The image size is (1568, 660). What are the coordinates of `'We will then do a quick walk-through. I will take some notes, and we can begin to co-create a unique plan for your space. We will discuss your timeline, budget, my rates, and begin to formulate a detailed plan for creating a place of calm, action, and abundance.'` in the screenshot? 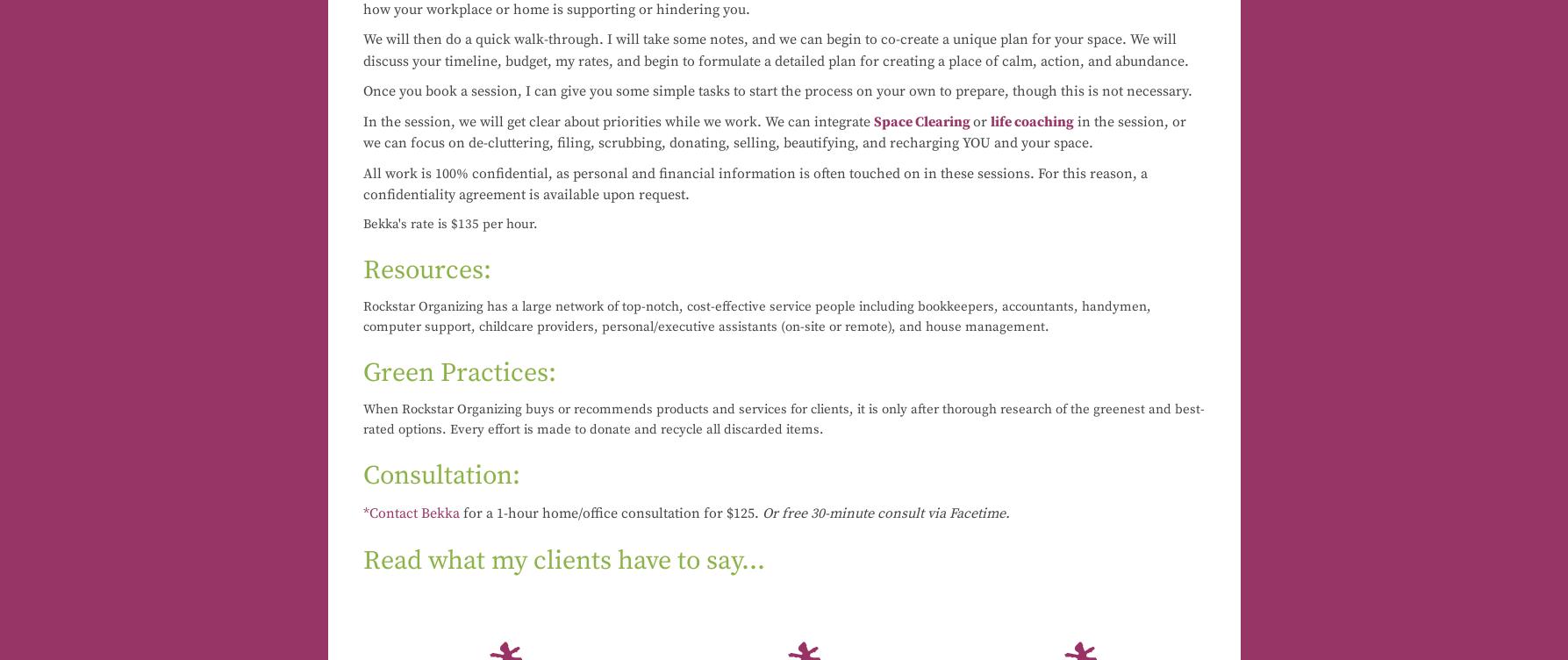 It's located at (362, 50).